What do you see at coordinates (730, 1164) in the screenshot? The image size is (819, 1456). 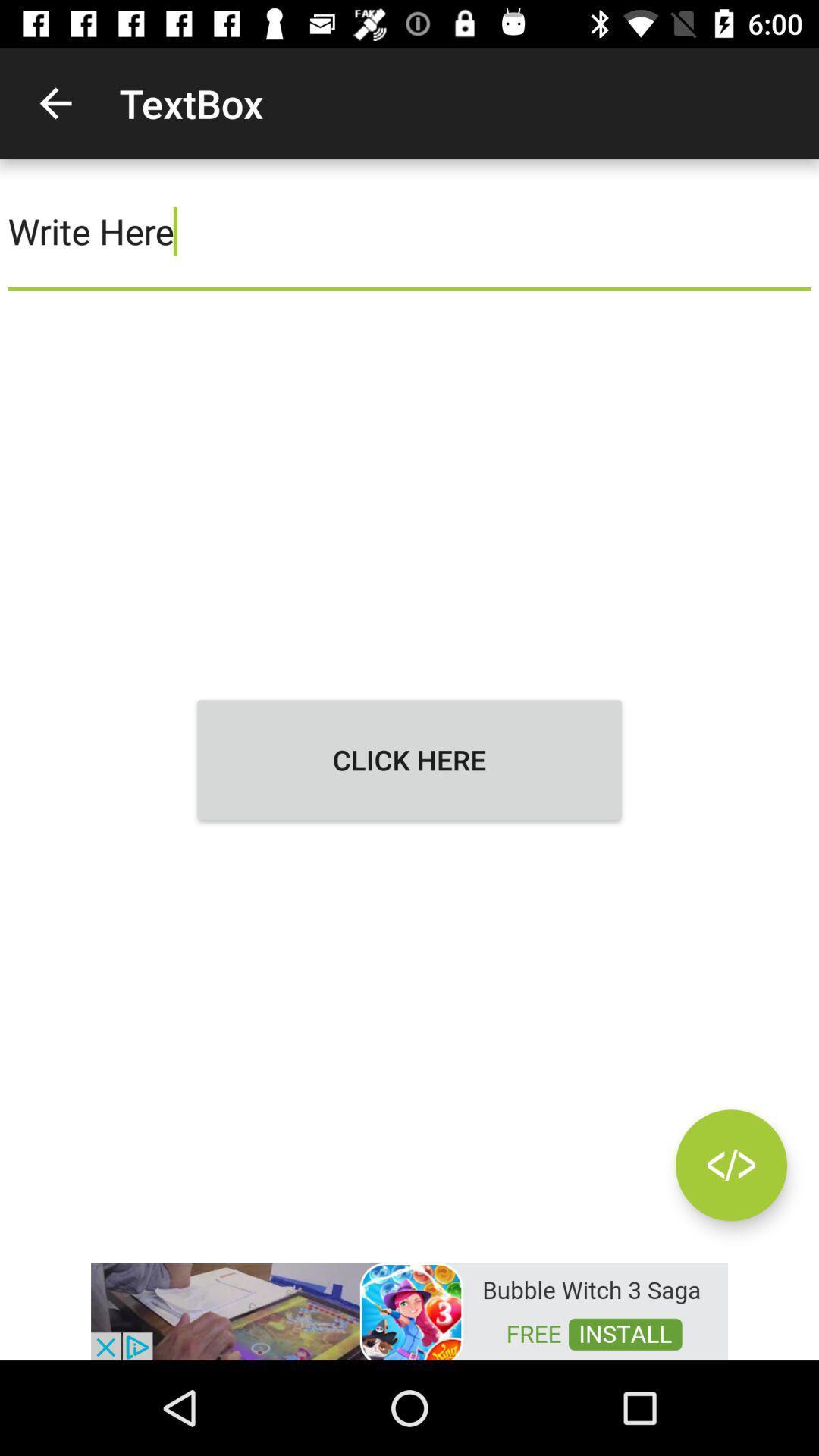 I see `message` at bounding box center [730, 1164].